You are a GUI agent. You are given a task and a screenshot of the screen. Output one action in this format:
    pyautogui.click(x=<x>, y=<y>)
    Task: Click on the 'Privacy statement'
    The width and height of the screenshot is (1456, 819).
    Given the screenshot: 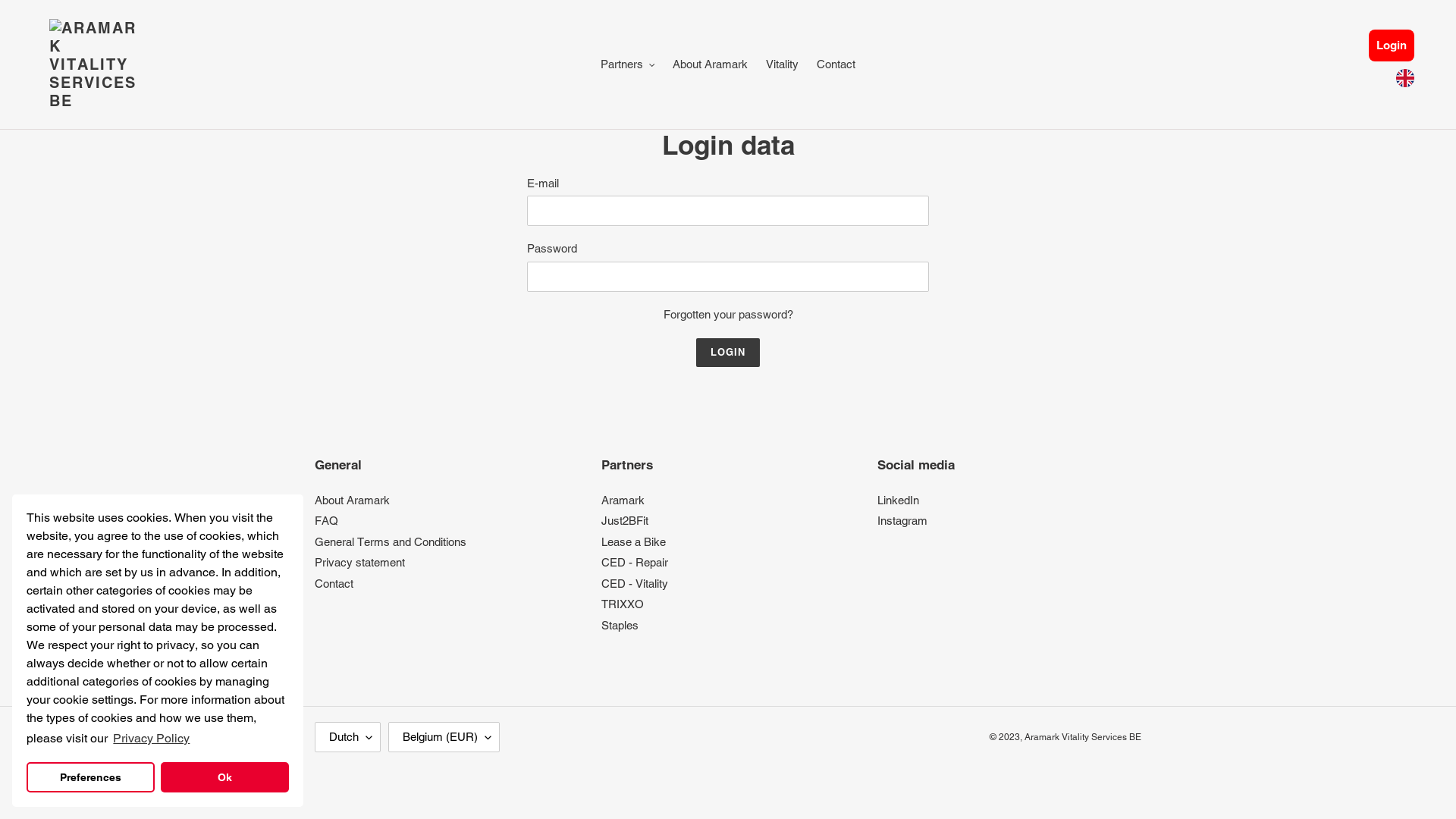 What is the action you would take?
    pyautogui.click(x=359, y=562)
    